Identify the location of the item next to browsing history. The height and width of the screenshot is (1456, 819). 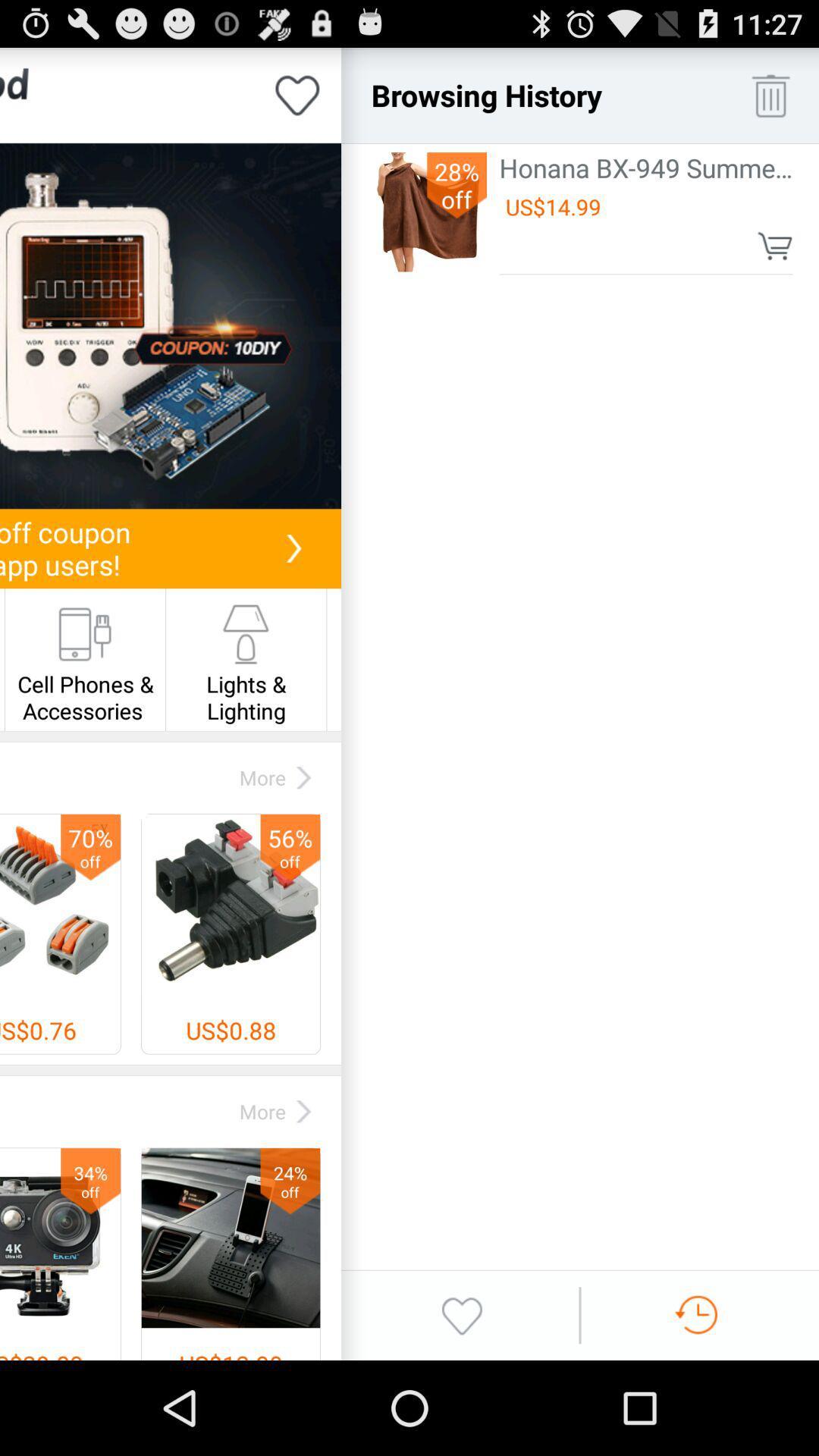
(770, 94).